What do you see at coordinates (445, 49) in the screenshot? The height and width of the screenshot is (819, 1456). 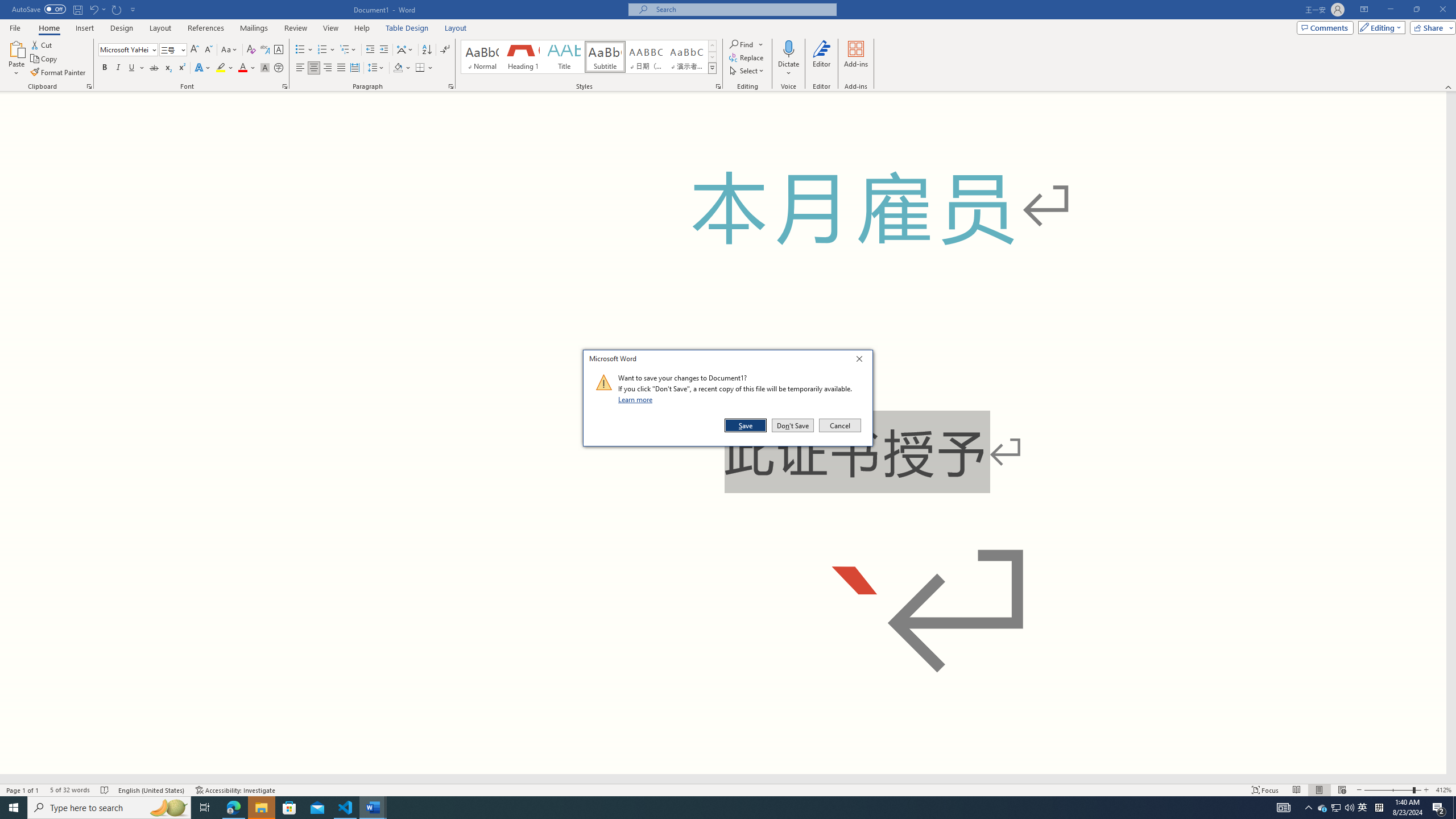 I see `'Show/Hide Editing Marks'` at bounding box center [445, 49].